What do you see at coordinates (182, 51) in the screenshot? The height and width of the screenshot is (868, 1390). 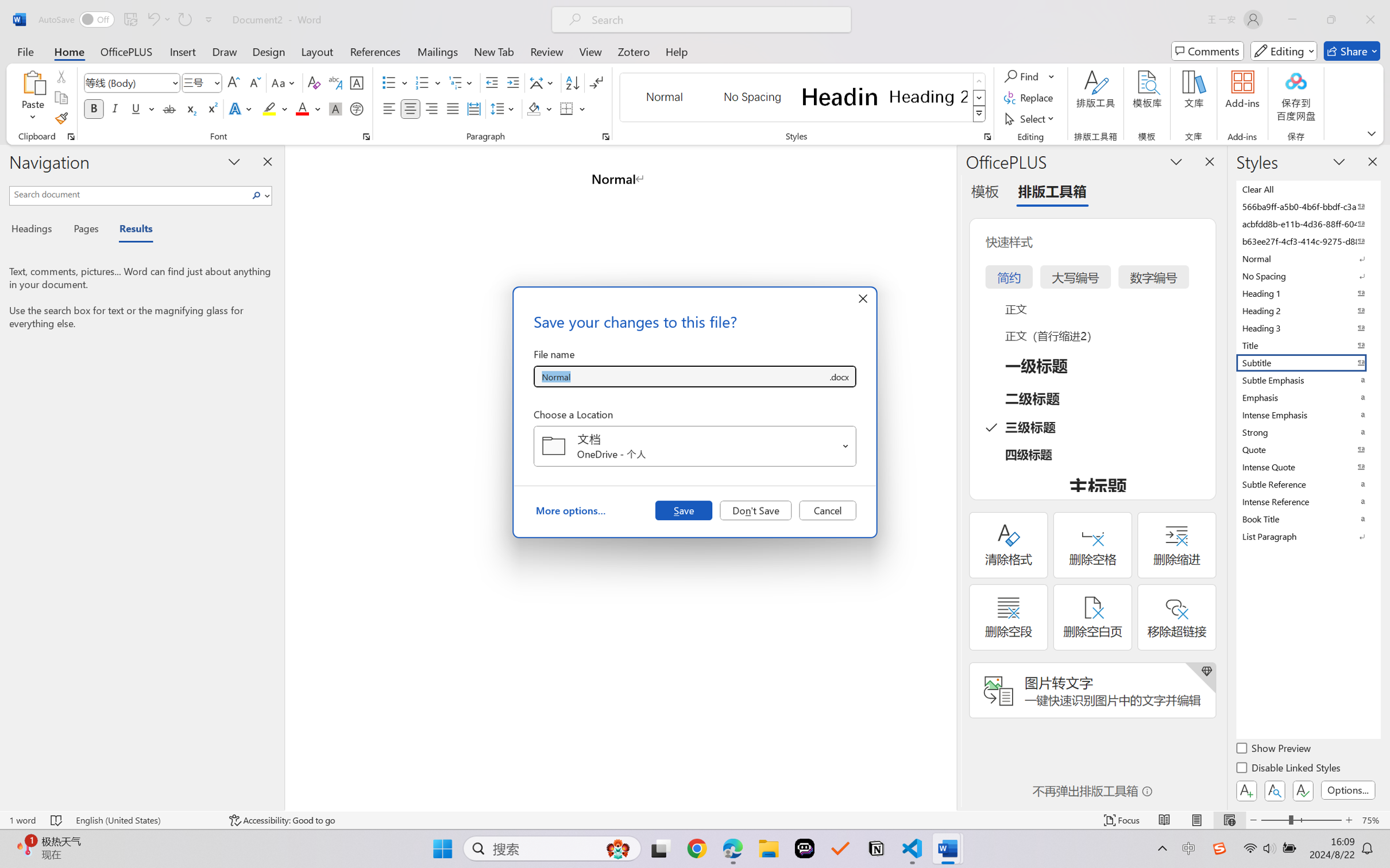 I see `'Insert'` at bounding box center [182, 51].